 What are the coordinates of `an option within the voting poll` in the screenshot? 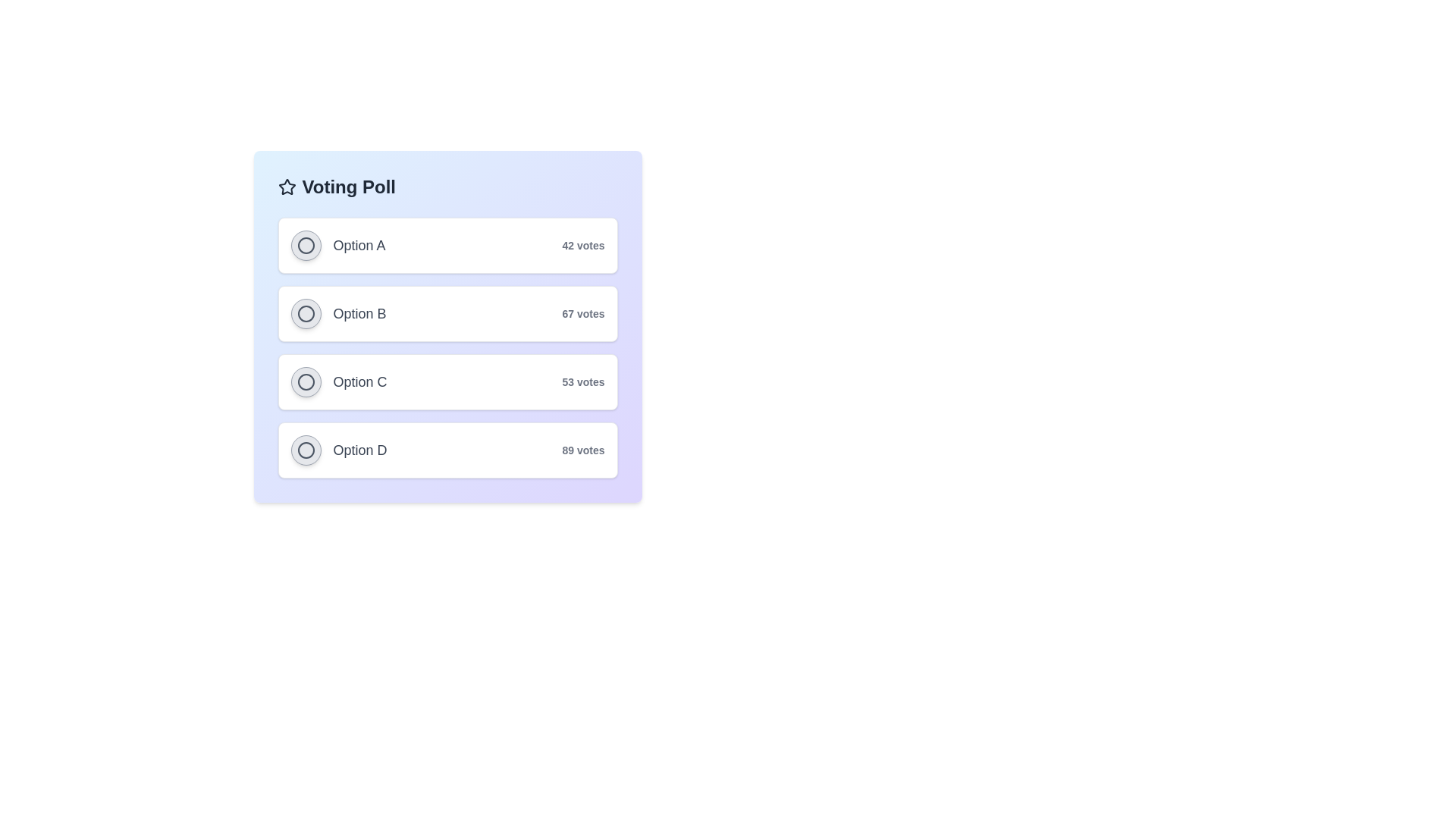 It's located at (447, 348).